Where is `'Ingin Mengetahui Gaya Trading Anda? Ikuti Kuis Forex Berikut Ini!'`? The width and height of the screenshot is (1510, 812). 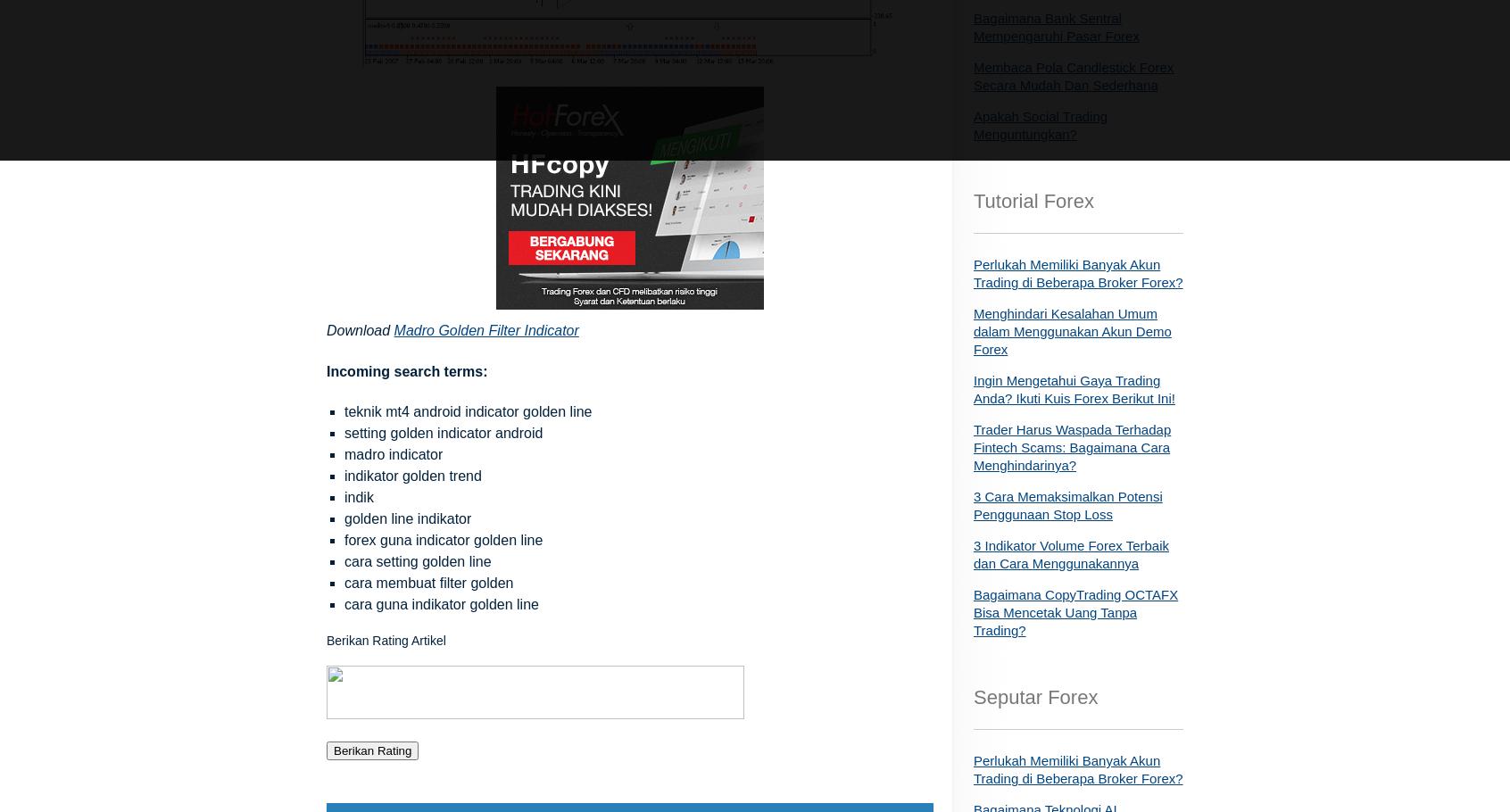 'Ingin Mengetahui Gaya Trading Anda? Ikuti Kuis Forex Berikut Ini!' is located at coordinates (1074, 389).